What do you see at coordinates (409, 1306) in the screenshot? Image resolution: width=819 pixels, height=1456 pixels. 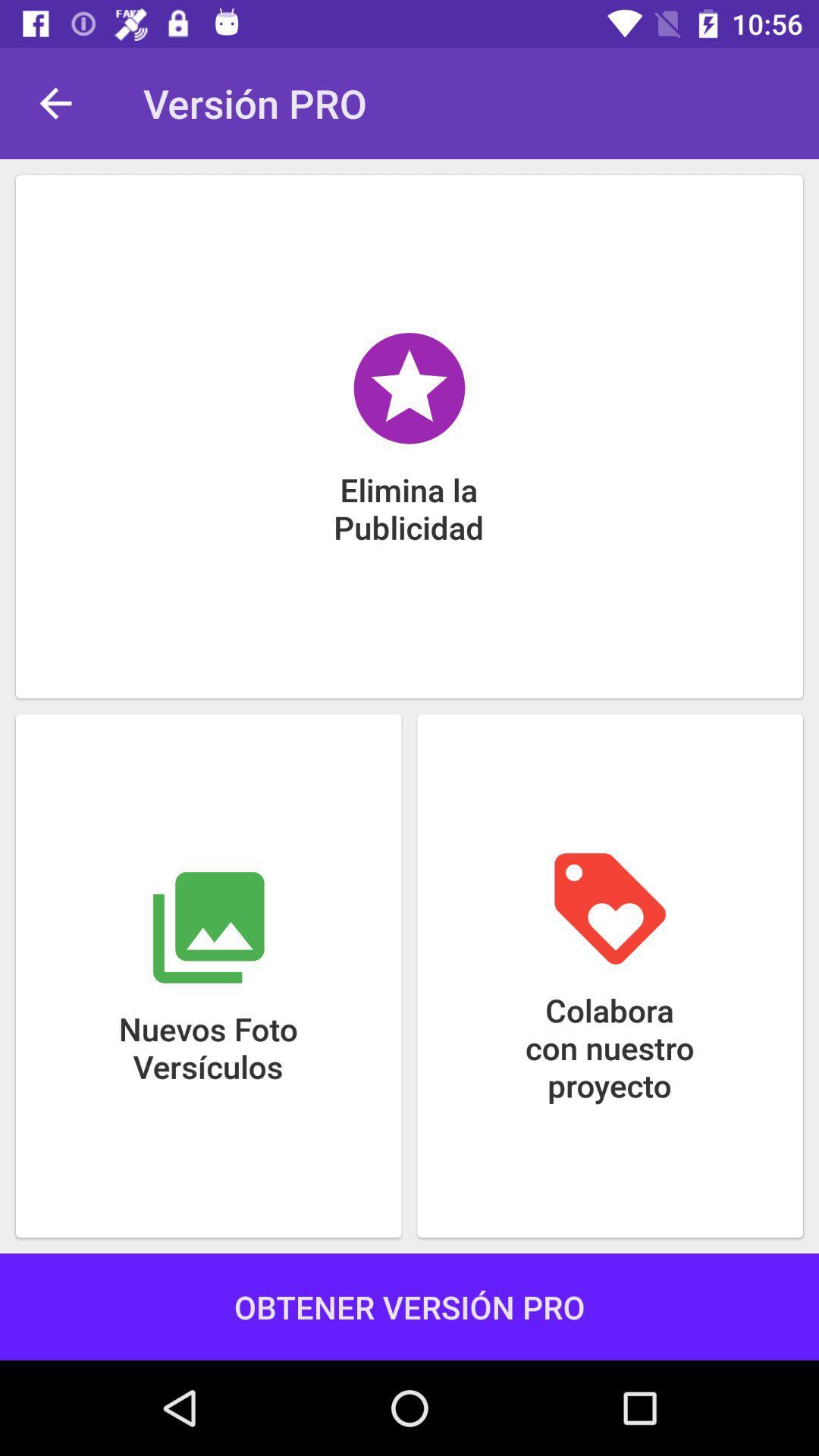 I see `the icon below the colabora con nuestro item` at bounding box center [409, 1306].